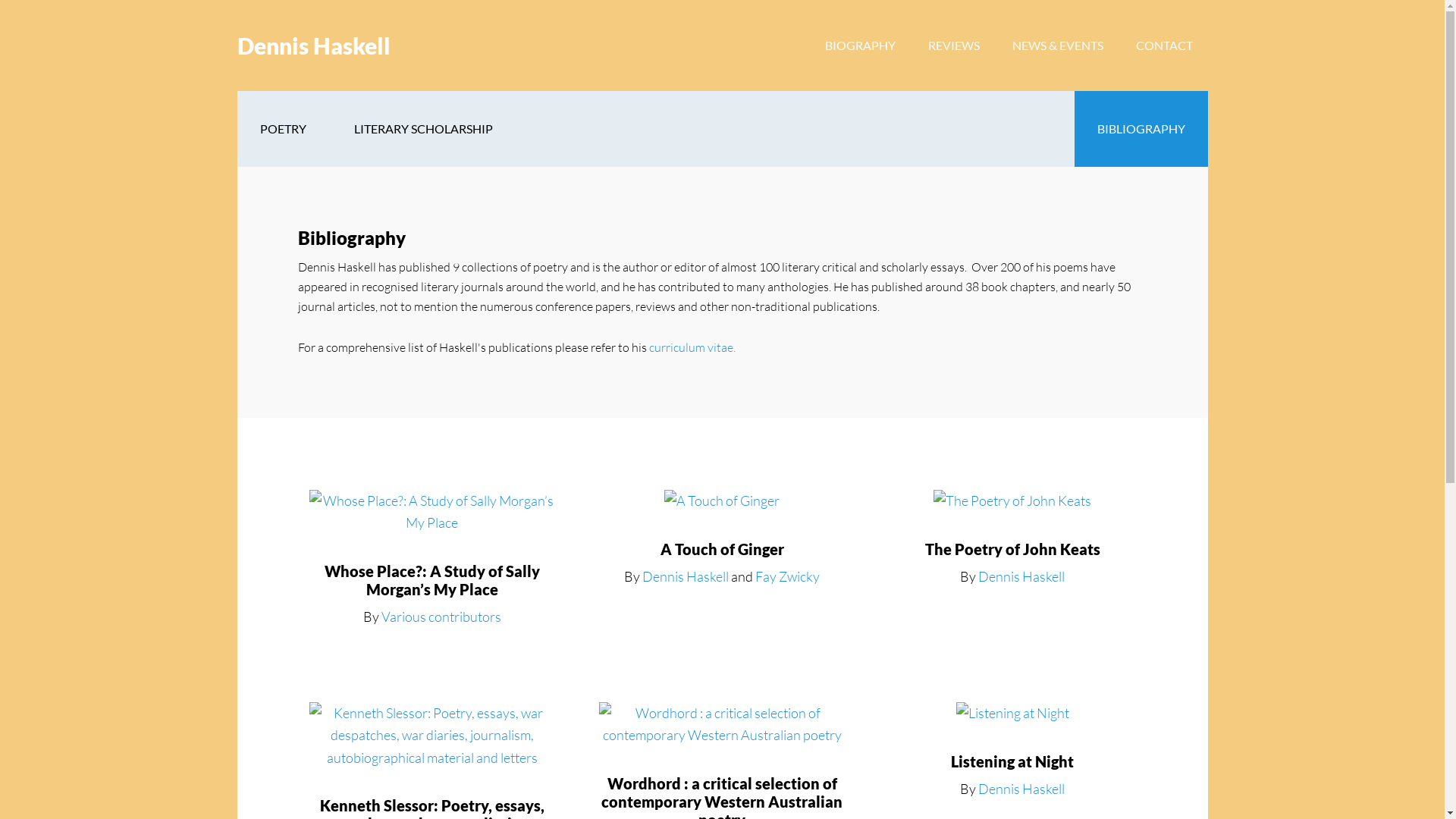 The image size is (1456, 819). I want to click on 'REVIEWS', so click(952, 45).